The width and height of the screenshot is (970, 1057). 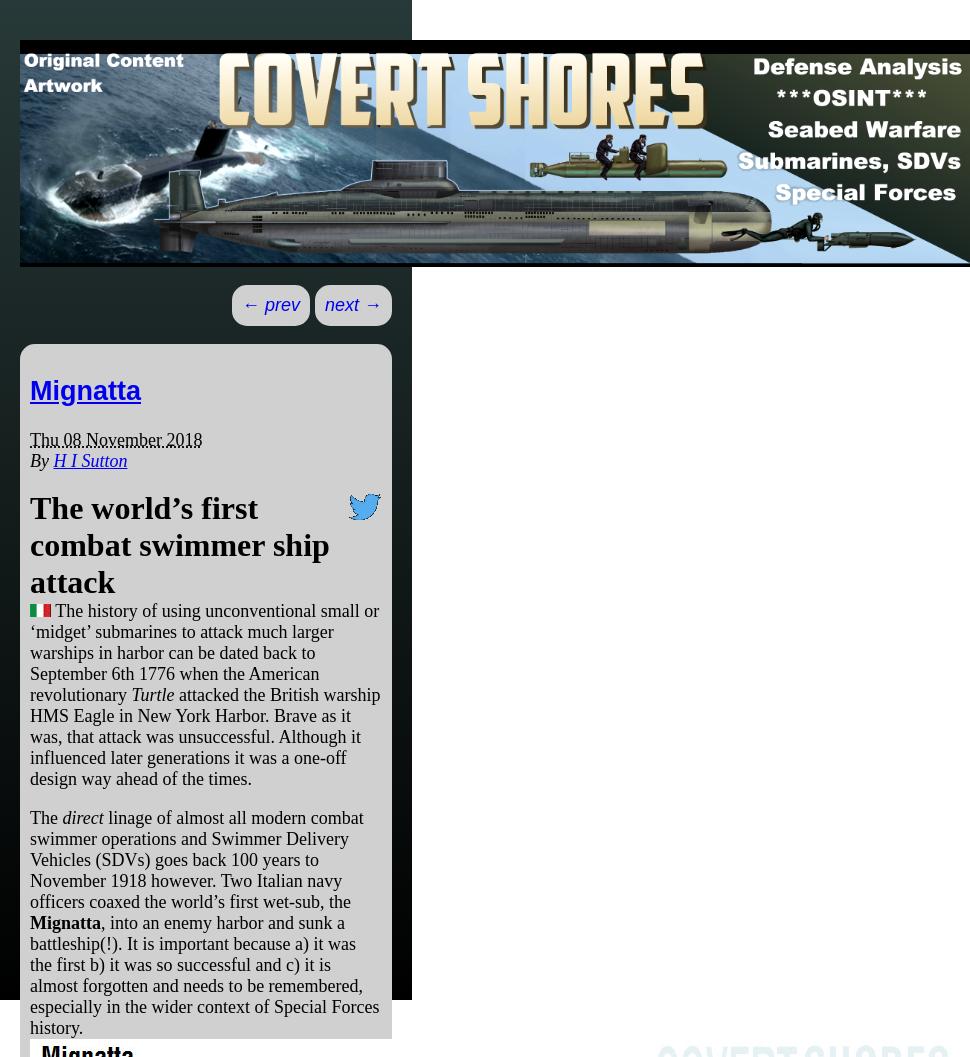 I want to click on 'direct', so click(x=81, y=816).